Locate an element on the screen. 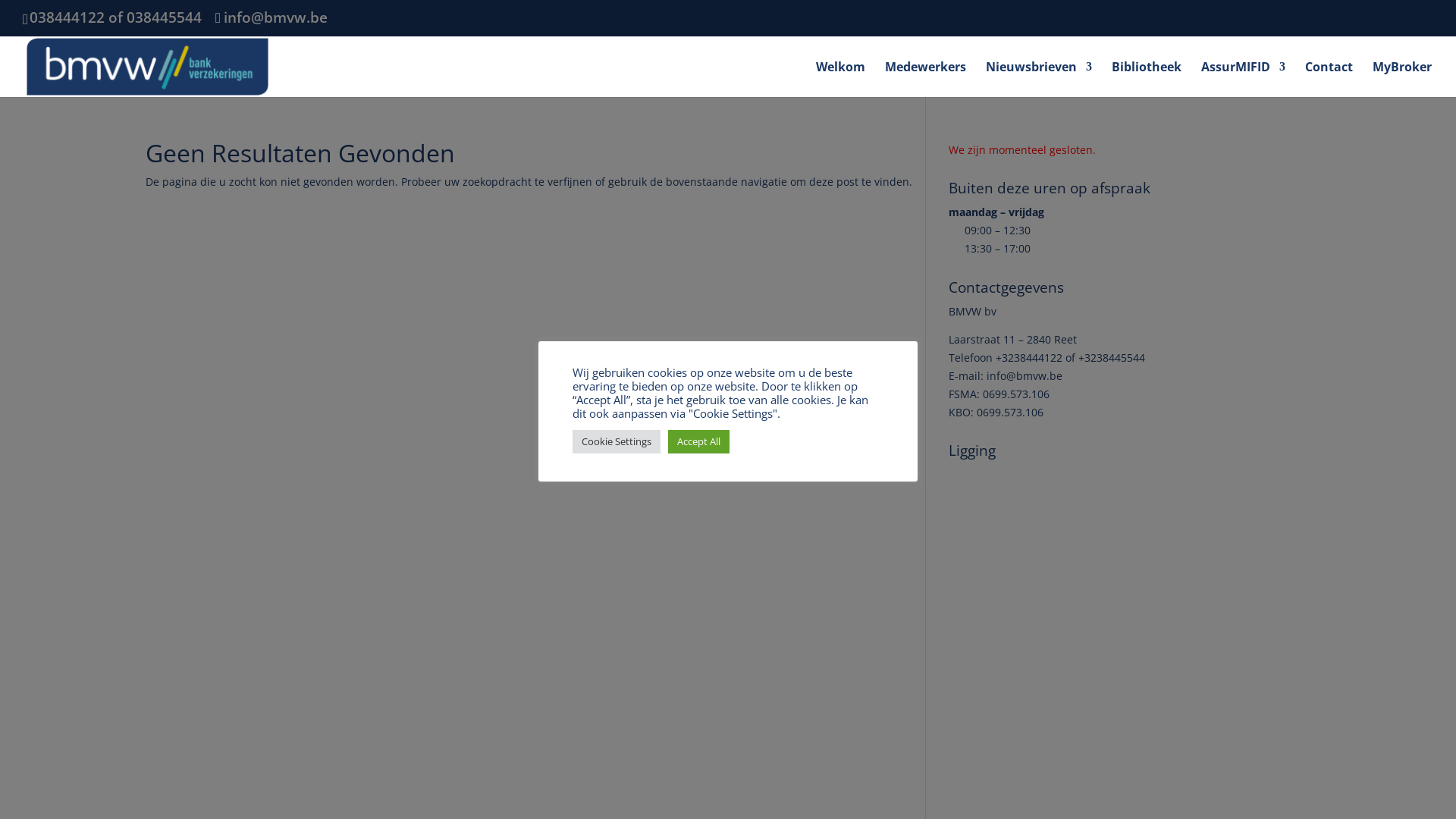 The height and width of the screenshot is (819, 1456). 'Medewerkers' is located at coordinates (884, 78).